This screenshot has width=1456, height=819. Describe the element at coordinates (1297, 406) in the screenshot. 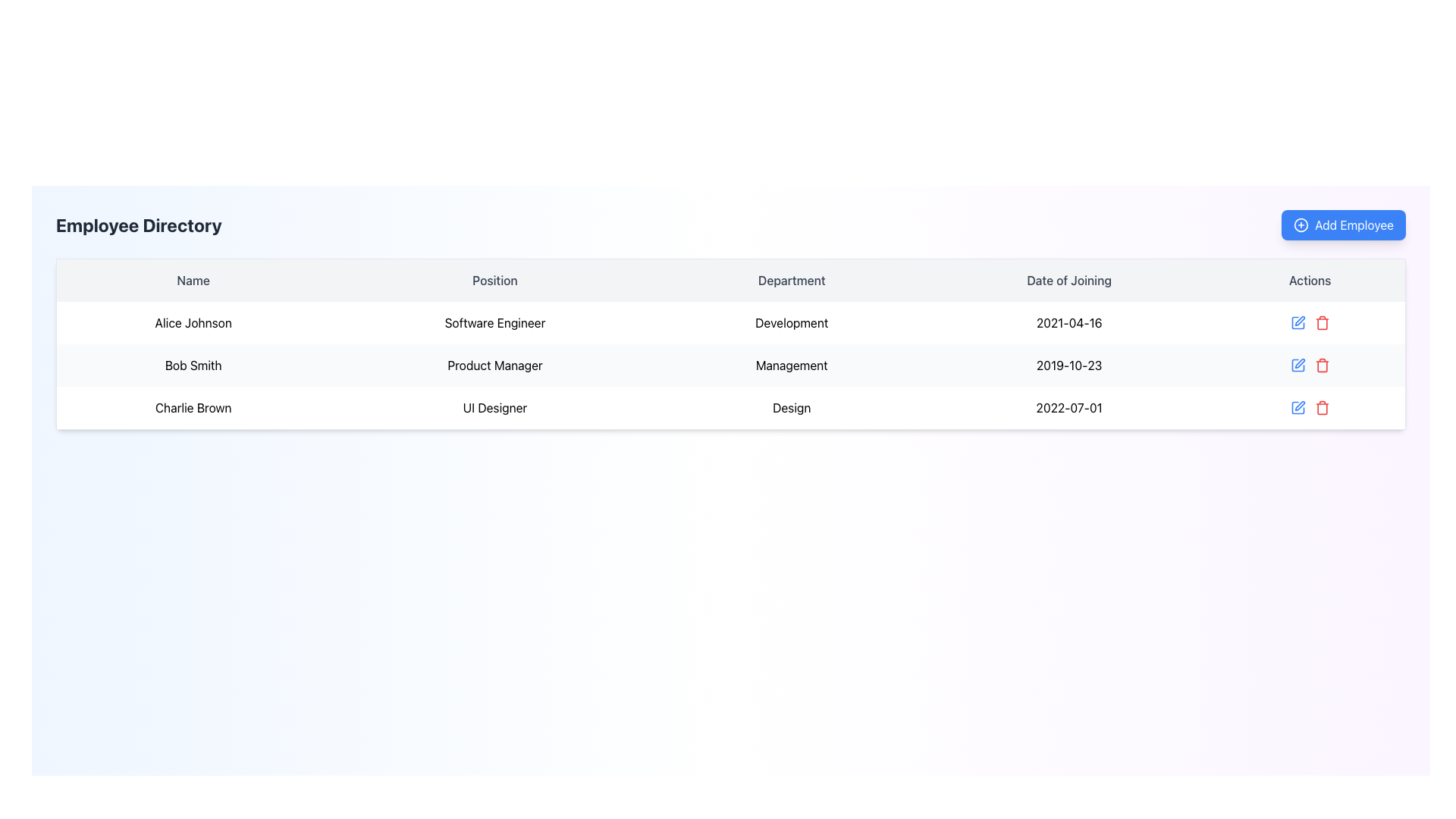

I see `the first icon in the 'Actions' column for the last row of the table to initiate editing of the 'Charlie Brown' employee record` at that location.